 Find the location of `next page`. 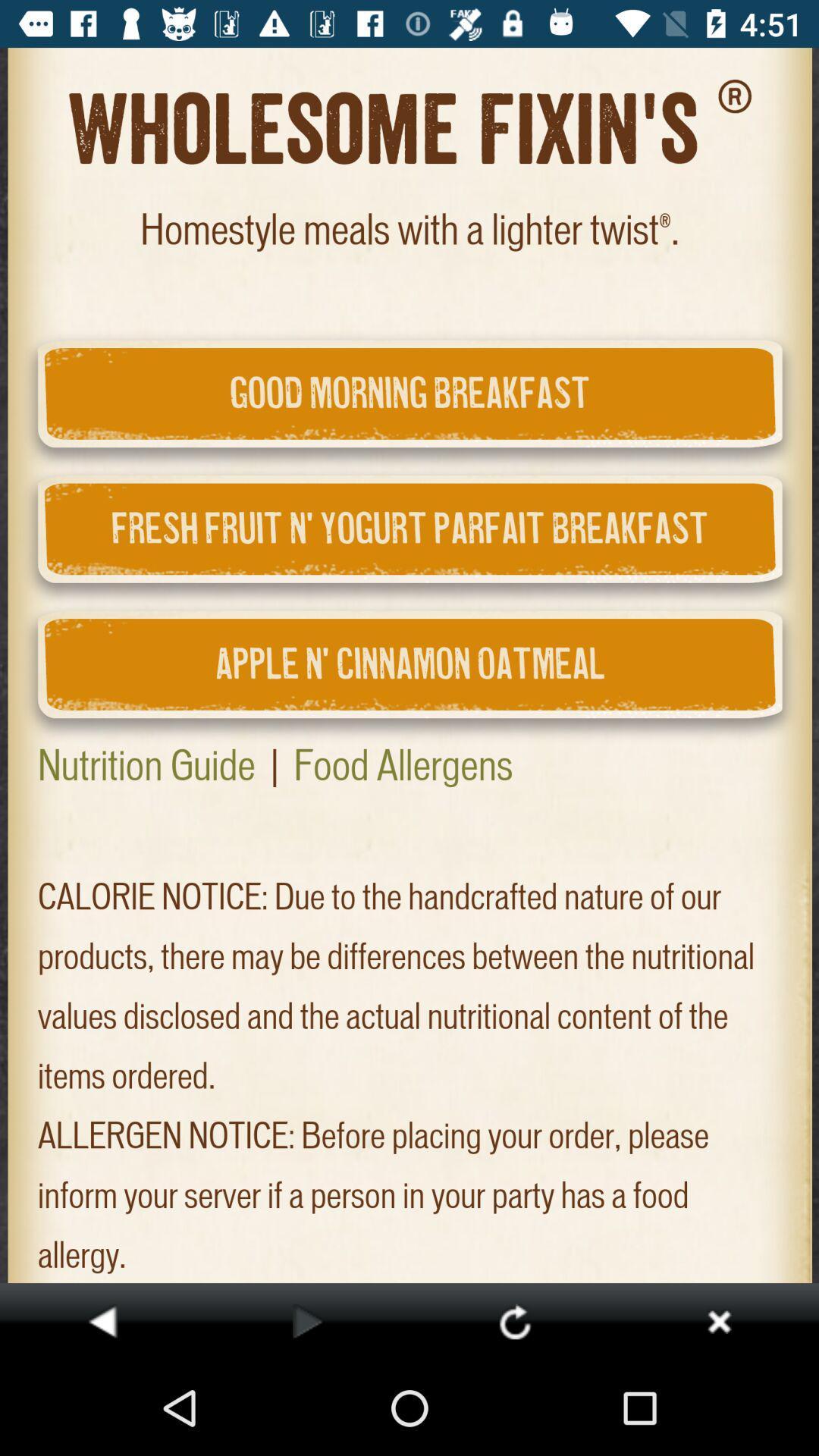

next page is located at coordinates (307, 1320).